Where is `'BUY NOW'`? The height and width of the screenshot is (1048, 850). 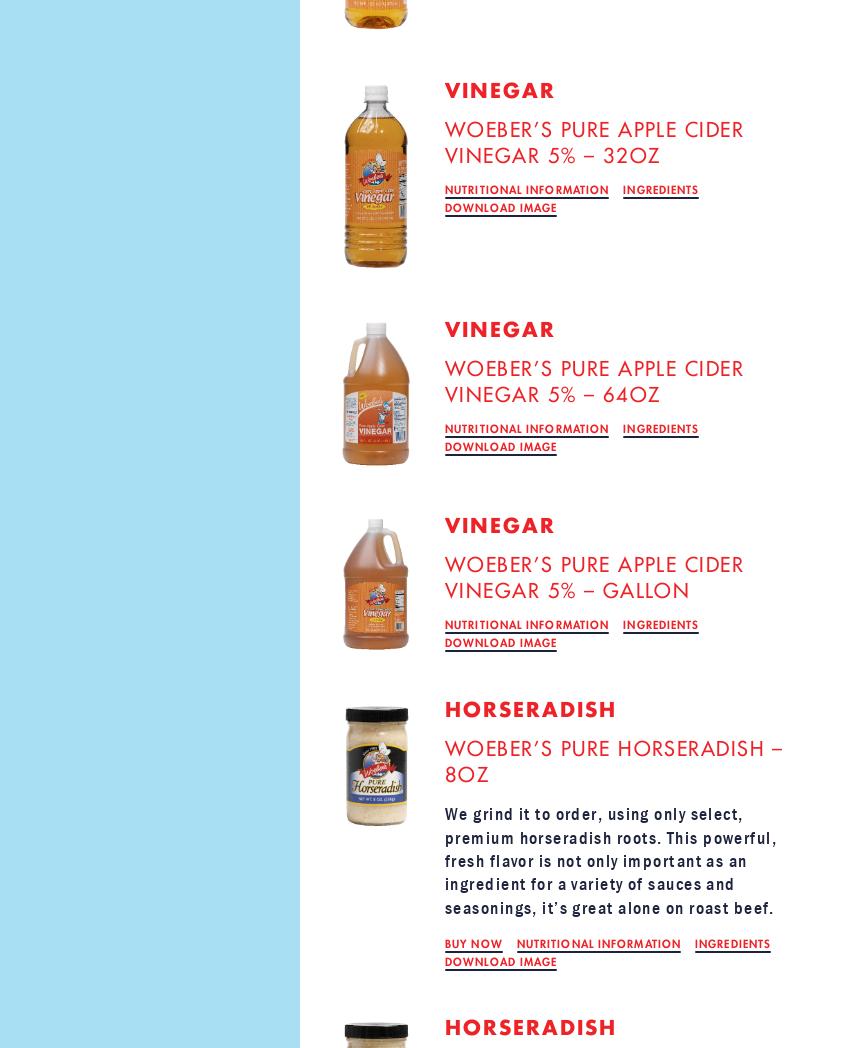
'BUY NOW' is located at coordinates (473, 944).